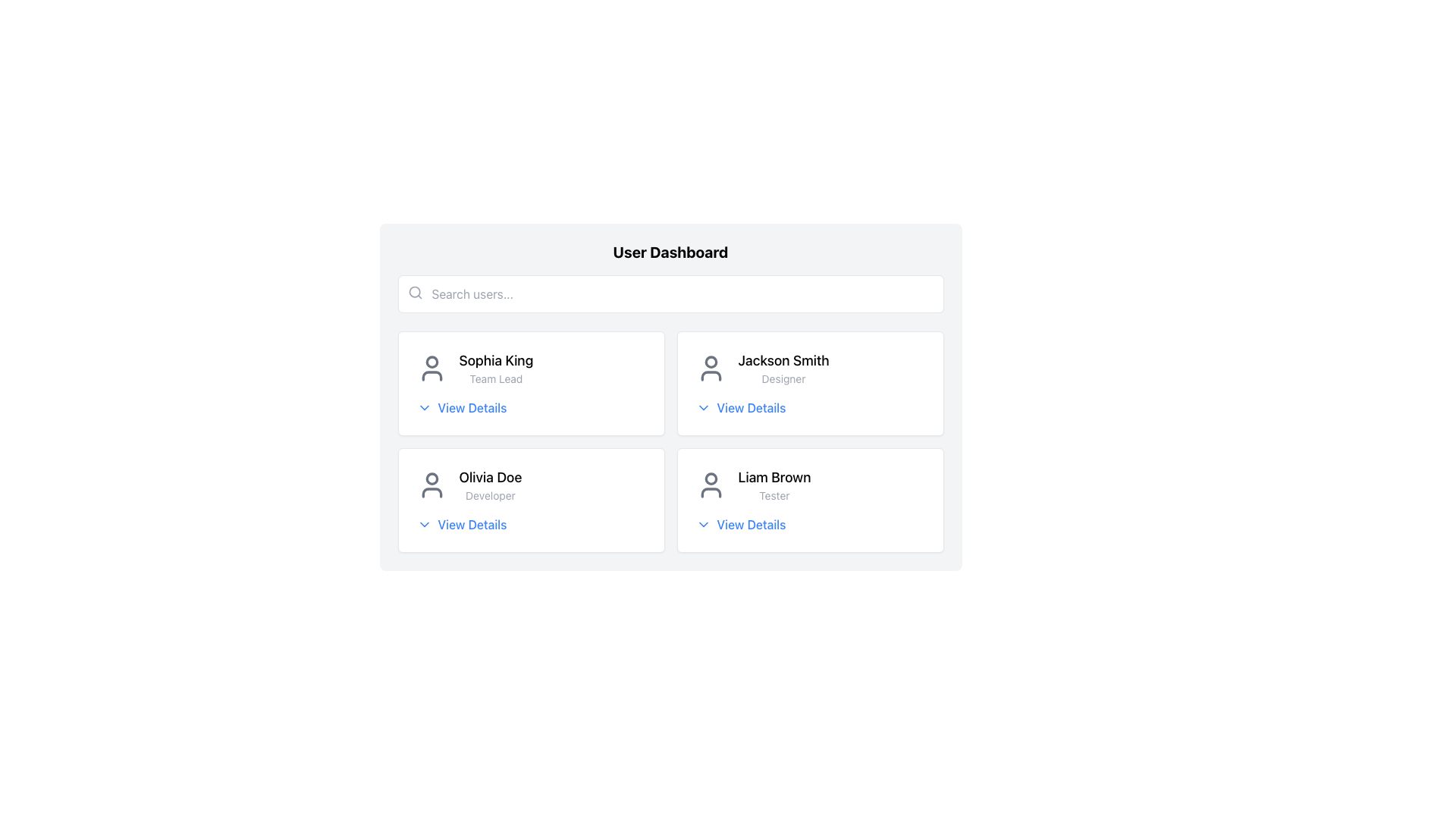 The height and width of the screenshot is (819, 1456). What do you see at coordinates (491, 476) in the screenshot?
I see `the text label displaying 'Olivia Doe', which is styled in bold black font and positioned above the 'Developer' role label within the user profile box` at bounding box center [491, 476].